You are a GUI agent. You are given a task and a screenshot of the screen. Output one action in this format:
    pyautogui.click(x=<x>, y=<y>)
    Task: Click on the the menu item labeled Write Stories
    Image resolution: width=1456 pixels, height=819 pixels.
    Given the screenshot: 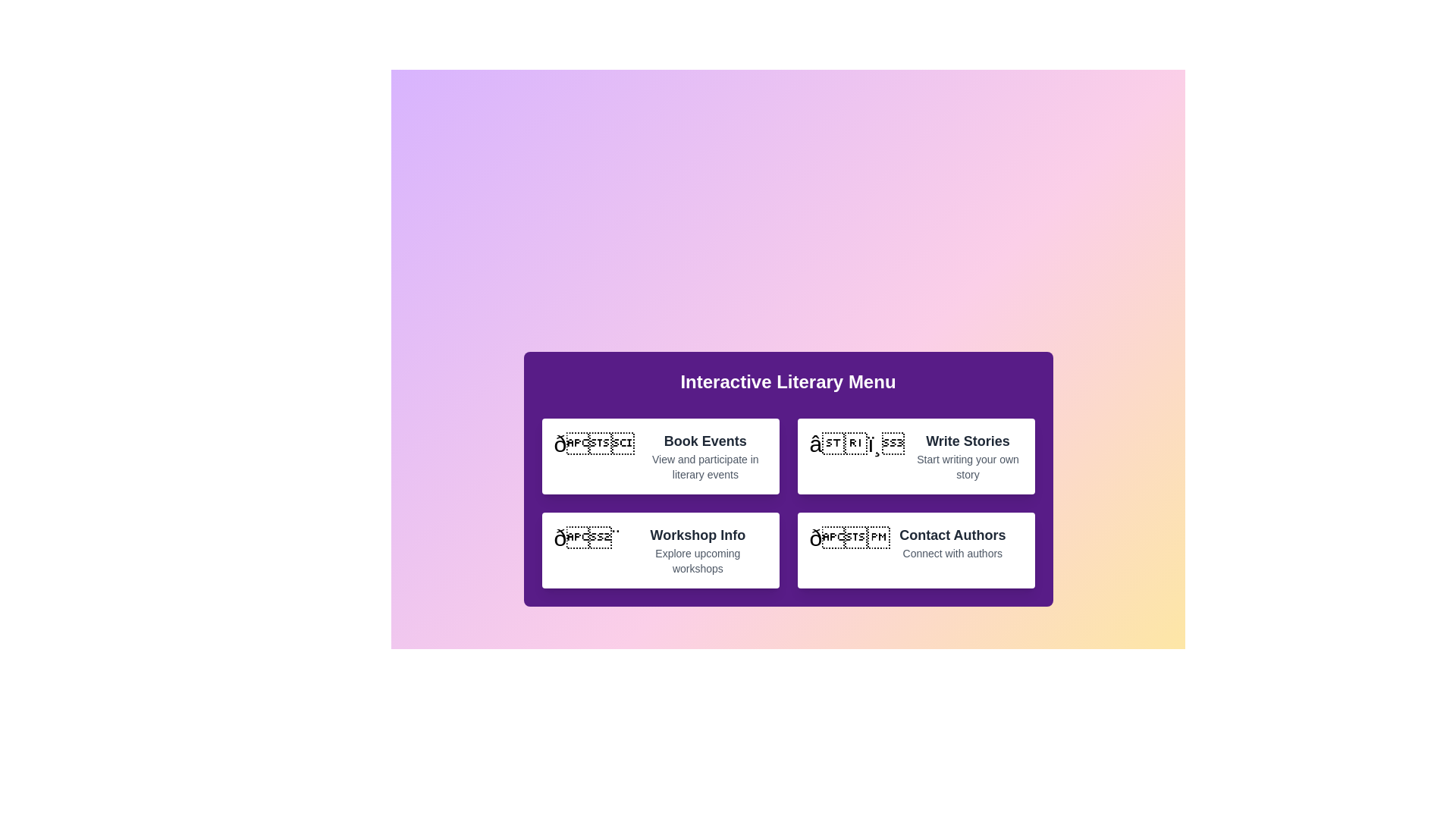 What is the action you would take?
    pyautogui.click(x=915, y=455)
    